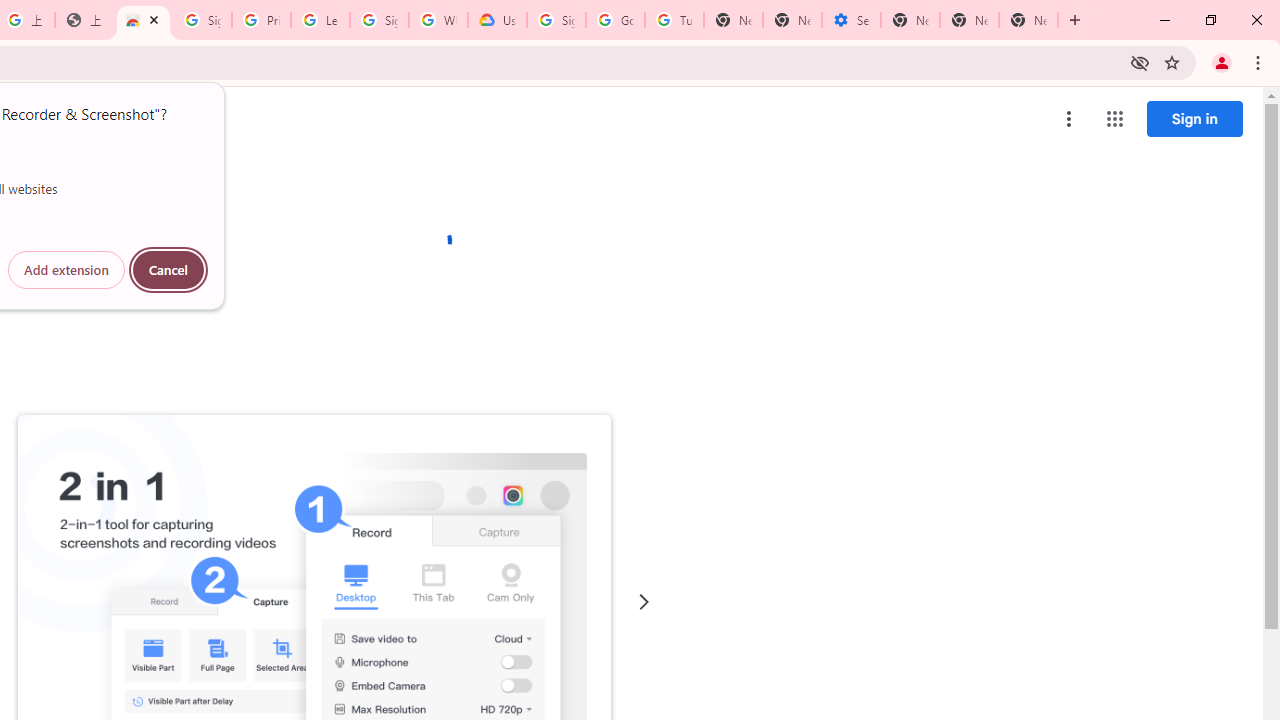  Describe the element at coordinates (851, 20) in the screenshot. I see `'Settings - Addresses and more'` at that location.